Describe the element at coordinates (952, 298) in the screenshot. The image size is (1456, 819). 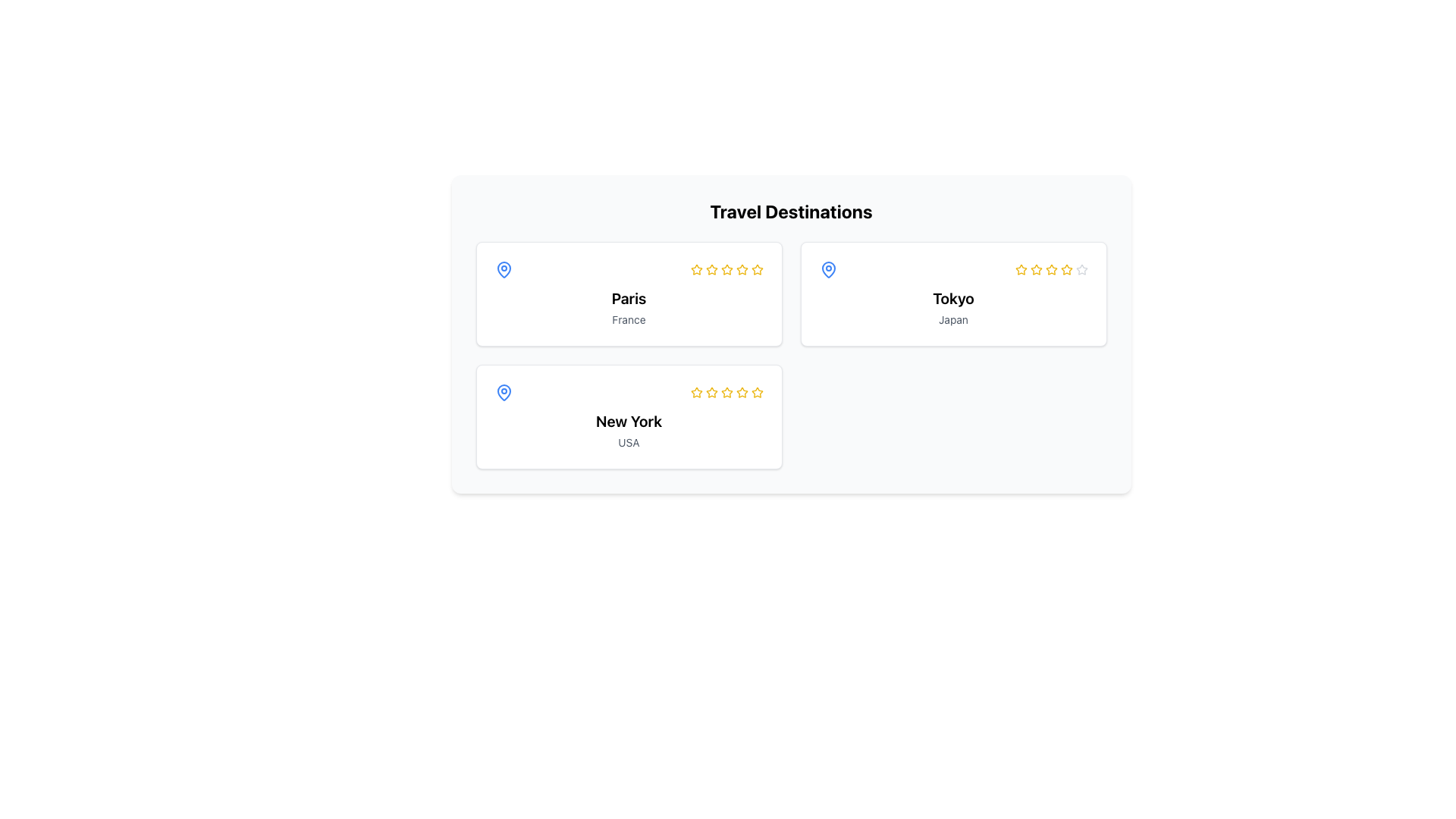
I see `the Text Label displaying 'Tokyo', located in the upper section of a card layout on the right side of the grid, above 'Japan' and between icons and rating stars` at that location.